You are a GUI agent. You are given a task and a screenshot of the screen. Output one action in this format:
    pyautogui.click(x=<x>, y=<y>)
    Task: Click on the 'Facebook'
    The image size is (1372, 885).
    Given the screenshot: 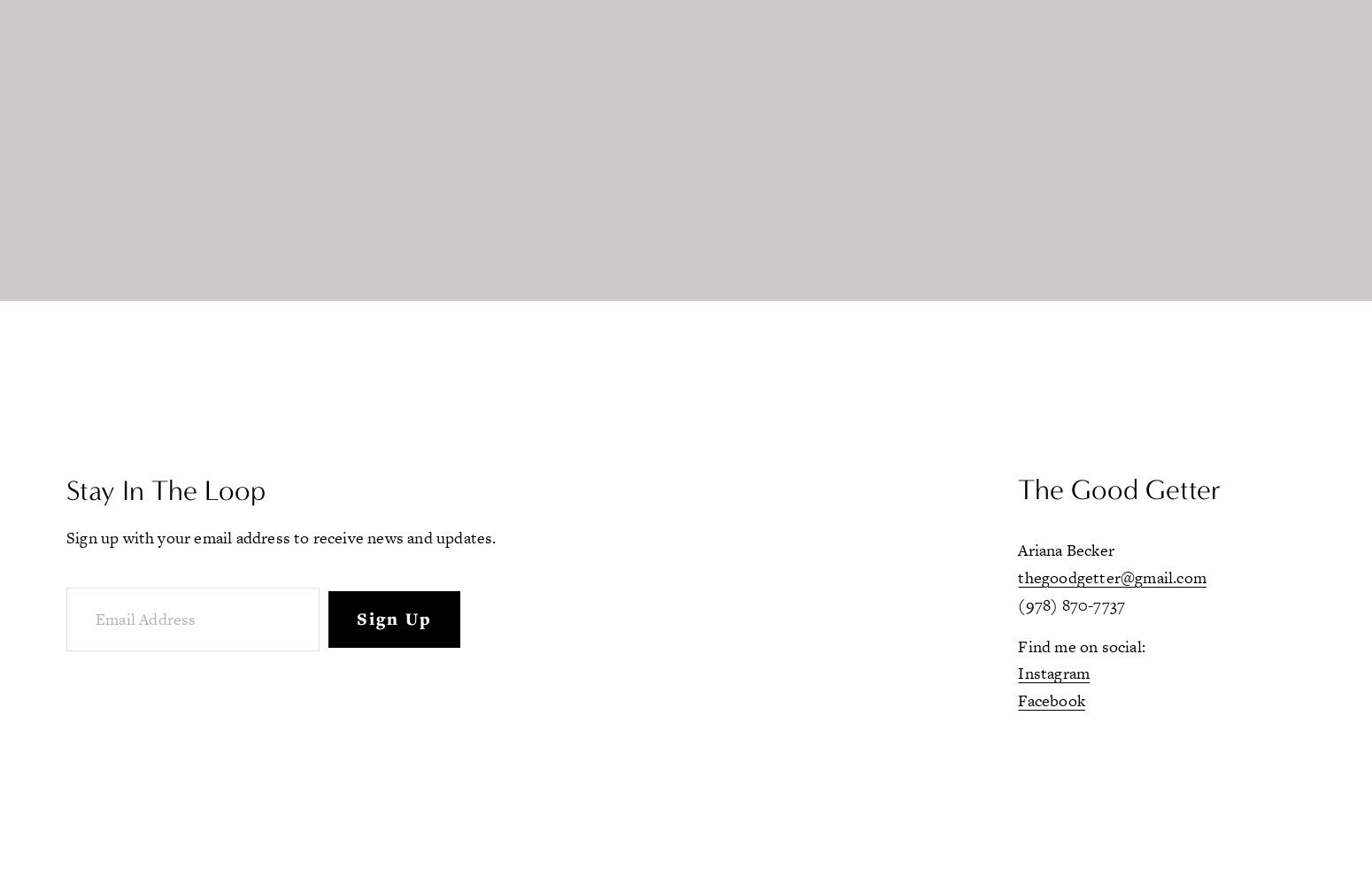 What is the action you would take?
    pyautogui.click(x=1052, y=699)
    